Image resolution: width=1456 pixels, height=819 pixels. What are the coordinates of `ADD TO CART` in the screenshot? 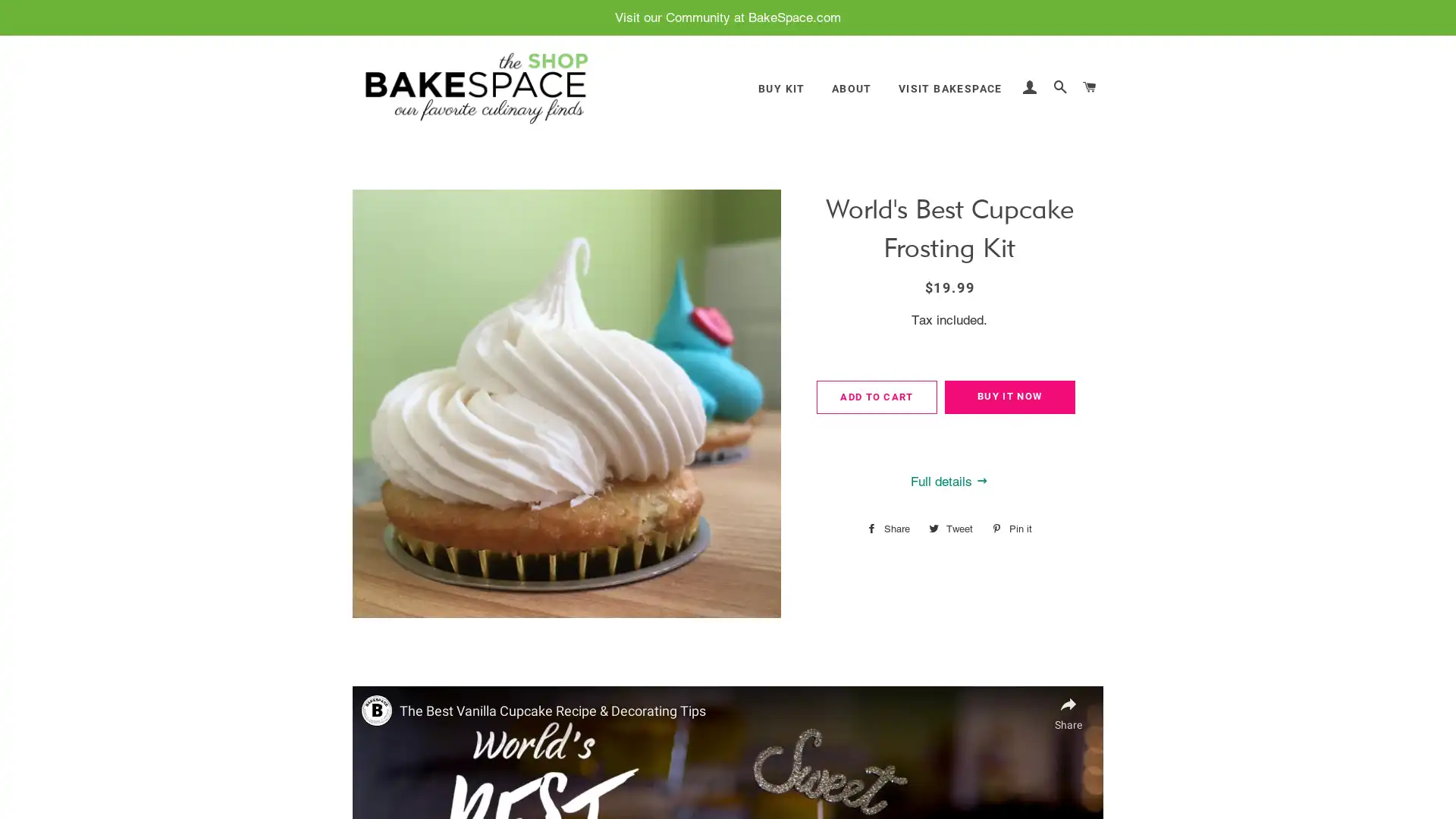 It's located at (877, 396).